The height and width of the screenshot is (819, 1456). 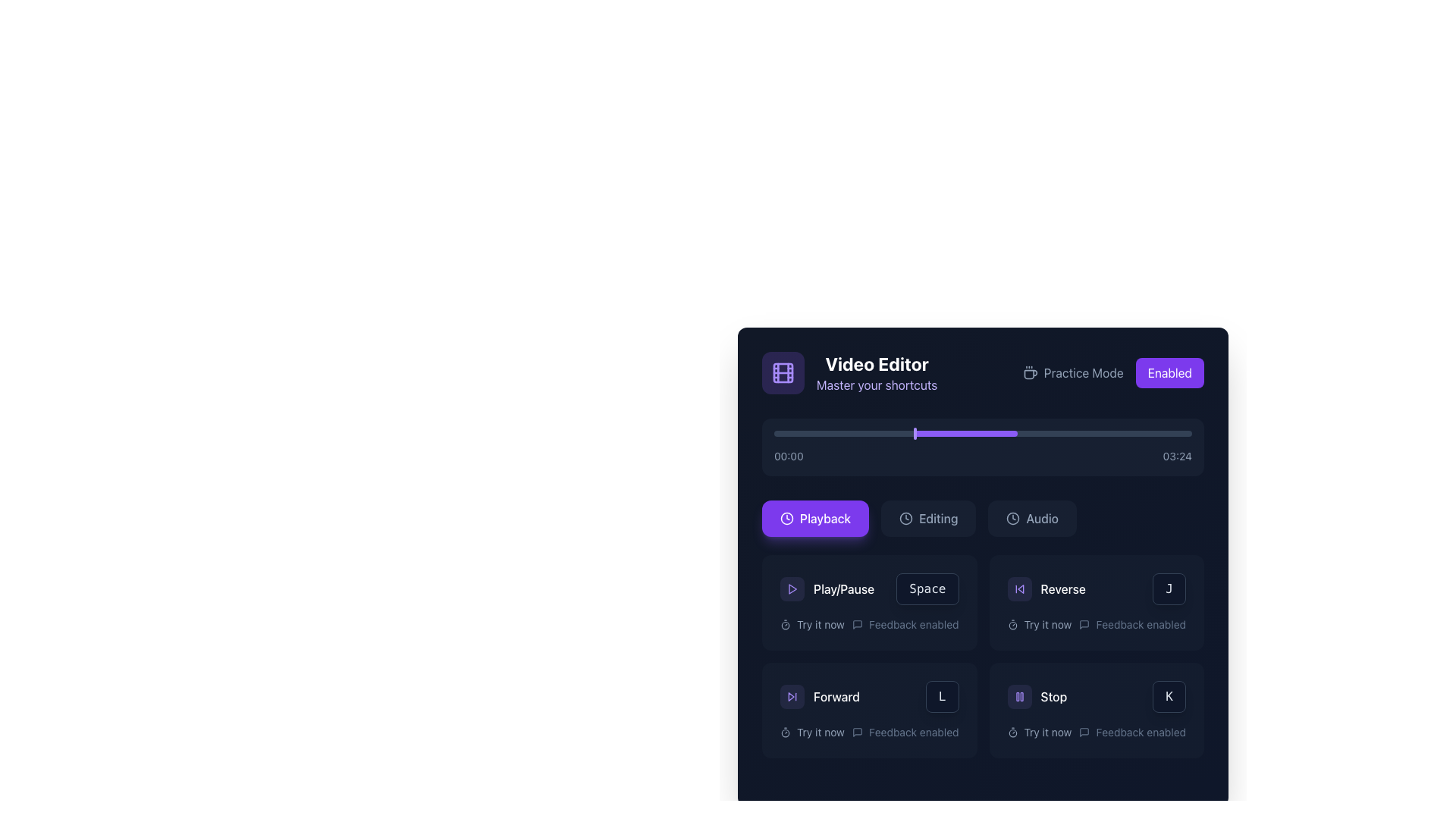 What do you see at coordinates (1030, 373) in the screenshot?
I see `the coffee cup icon that symbolizes breaks, located in the toolbar next to 'Practice Mode'` at bounding box center [1030, 373].